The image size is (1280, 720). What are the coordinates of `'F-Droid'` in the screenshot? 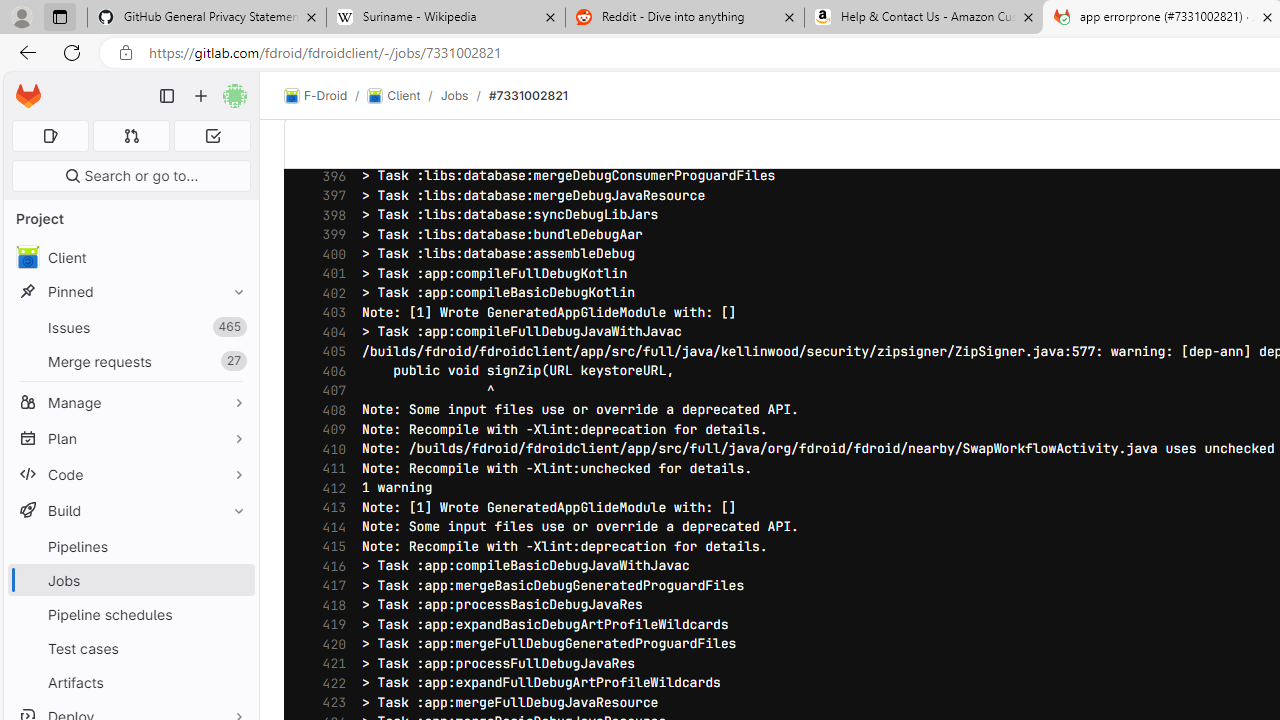 It's located at (315, 96).